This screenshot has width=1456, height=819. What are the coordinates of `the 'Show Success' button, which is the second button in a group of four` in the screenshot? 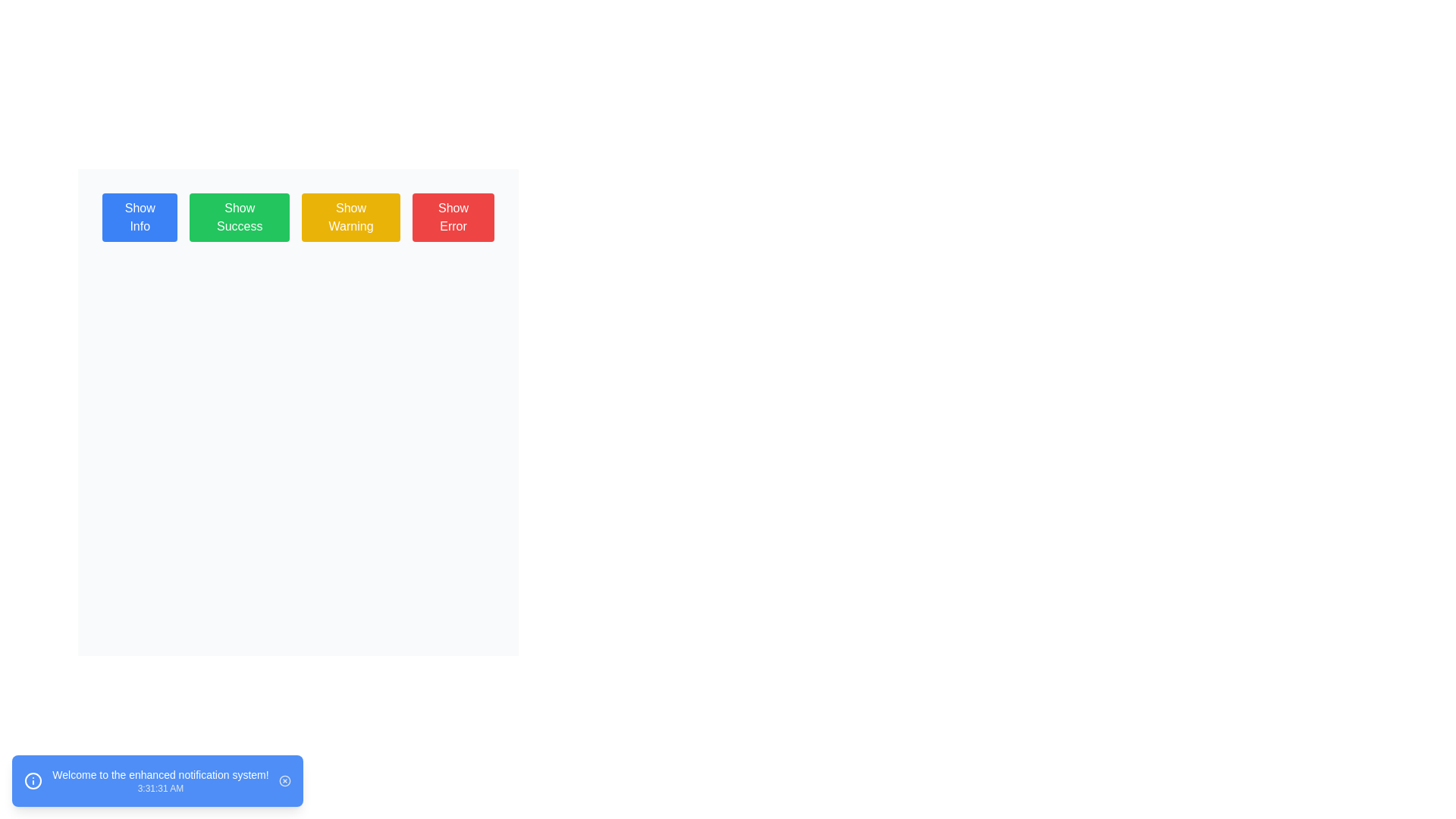 It's located at (239, 217).